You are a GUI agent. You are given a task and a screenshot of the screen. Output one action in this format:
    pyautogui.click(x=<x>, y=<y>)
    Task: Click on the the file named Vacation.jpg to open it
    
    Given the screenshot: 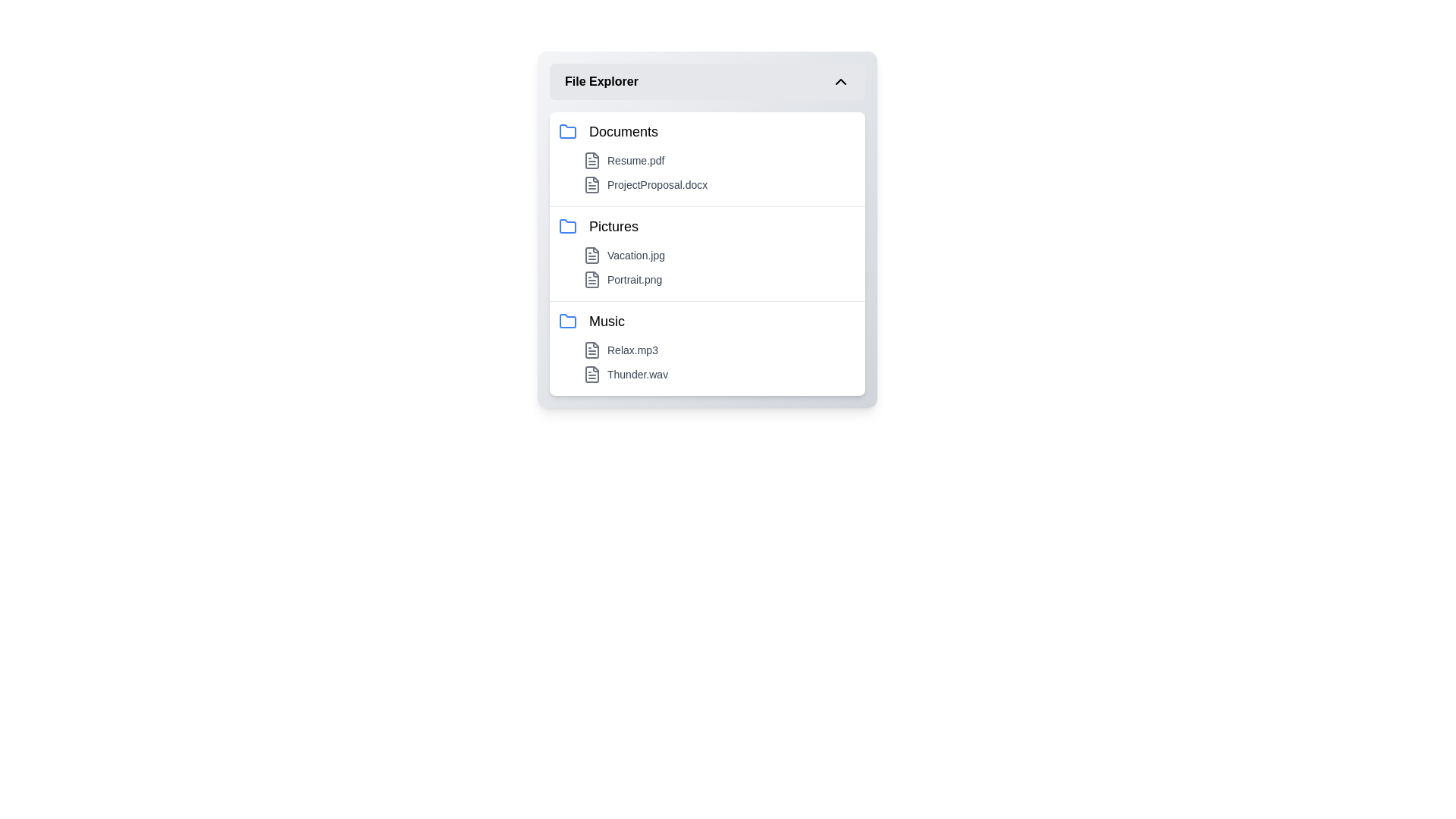 What is the action you would take?
    pyautogui.click(x=719, y=254)
    